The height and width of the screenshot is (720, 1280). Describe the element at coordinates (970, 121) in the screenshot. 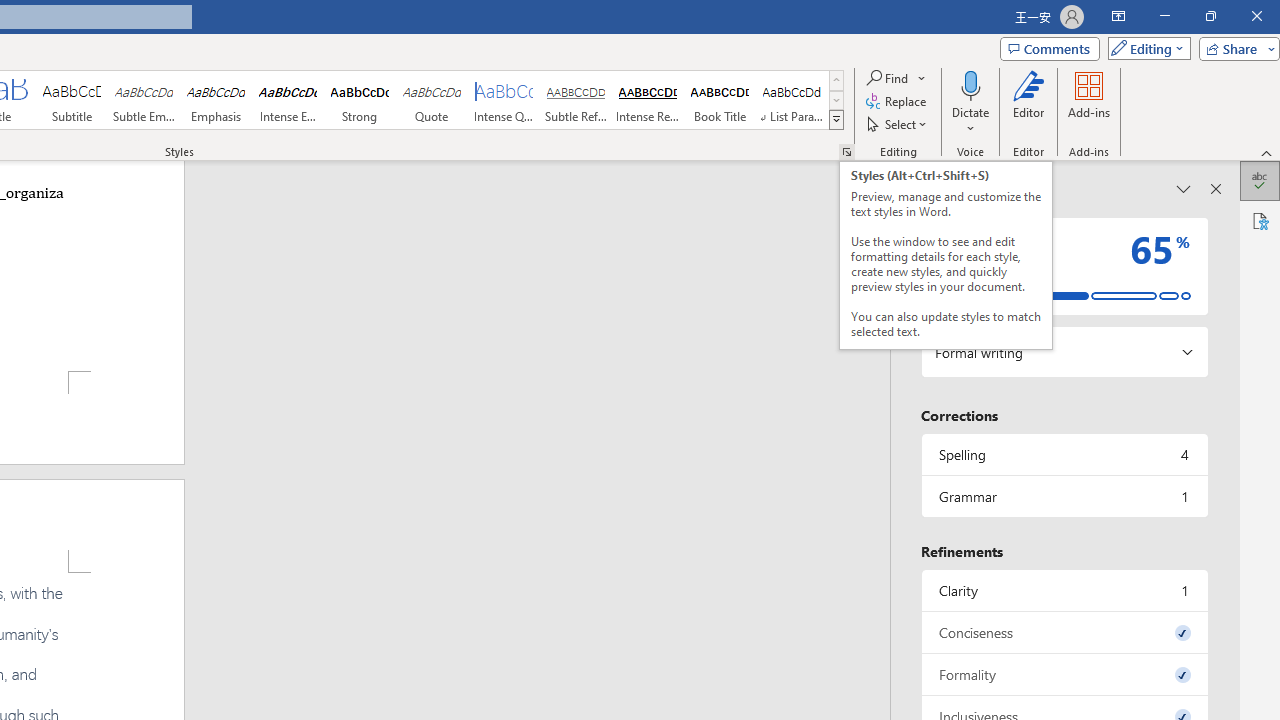

I see `'More Options'` at that location.